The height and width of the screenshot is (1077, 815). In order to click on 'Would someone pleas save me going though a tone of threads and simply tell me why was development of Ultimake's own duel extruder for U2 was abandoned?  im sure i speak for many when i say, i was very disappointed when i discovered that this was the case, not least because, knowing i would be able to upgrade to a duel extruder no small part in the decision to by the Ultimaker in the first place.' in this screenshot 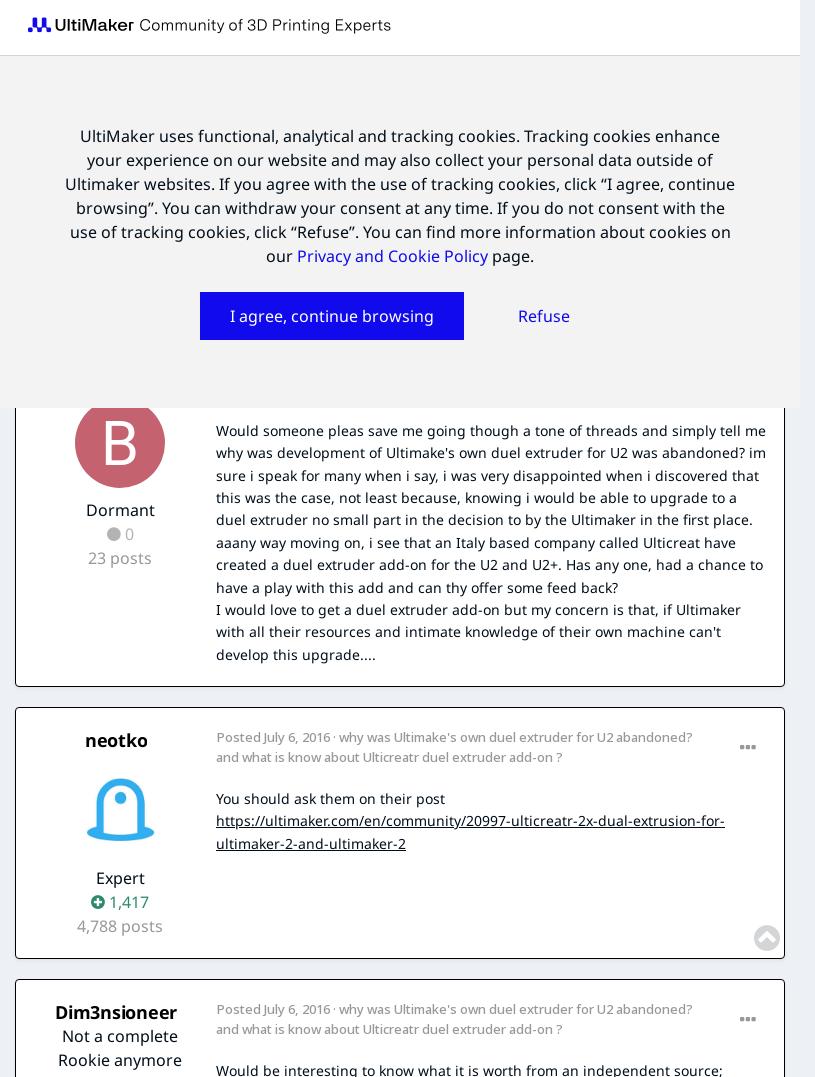, I will do `click(491, 474)`.